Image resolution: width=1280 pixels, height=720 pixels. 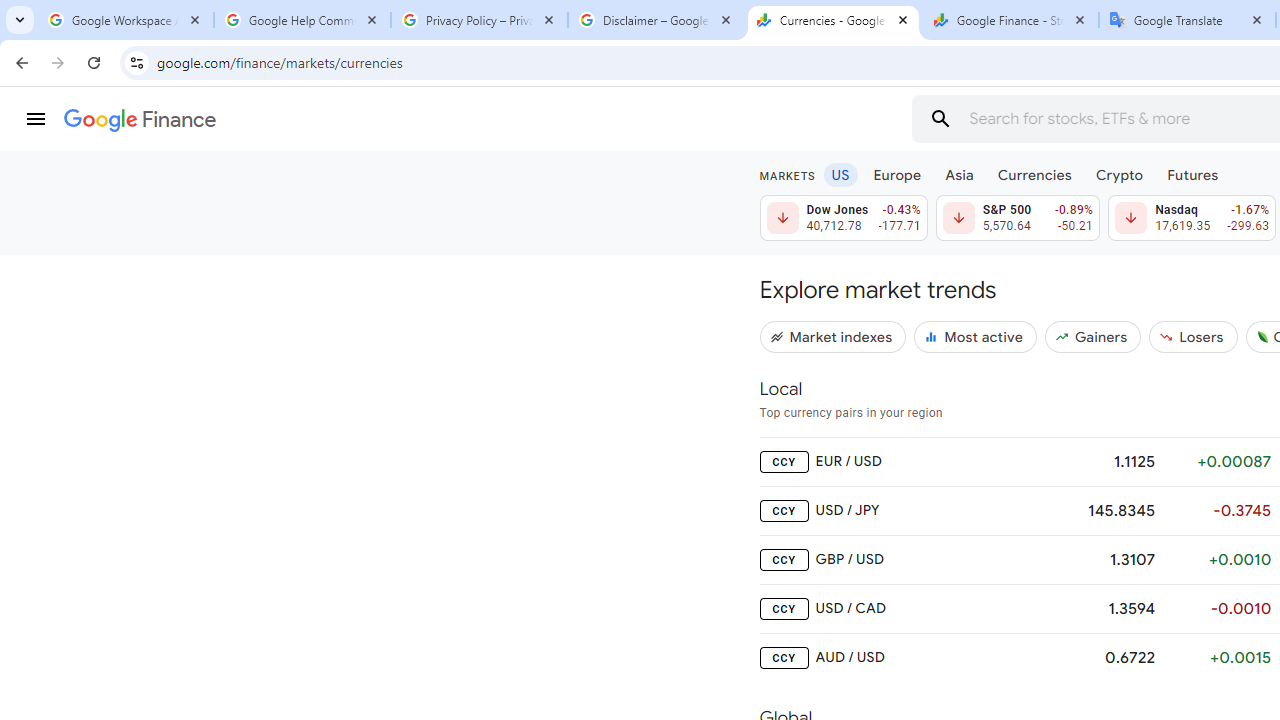 What do you see at coordinates (958, 173) in the screenshot?
I see `'Asia'` at bounding box center [958, 173].